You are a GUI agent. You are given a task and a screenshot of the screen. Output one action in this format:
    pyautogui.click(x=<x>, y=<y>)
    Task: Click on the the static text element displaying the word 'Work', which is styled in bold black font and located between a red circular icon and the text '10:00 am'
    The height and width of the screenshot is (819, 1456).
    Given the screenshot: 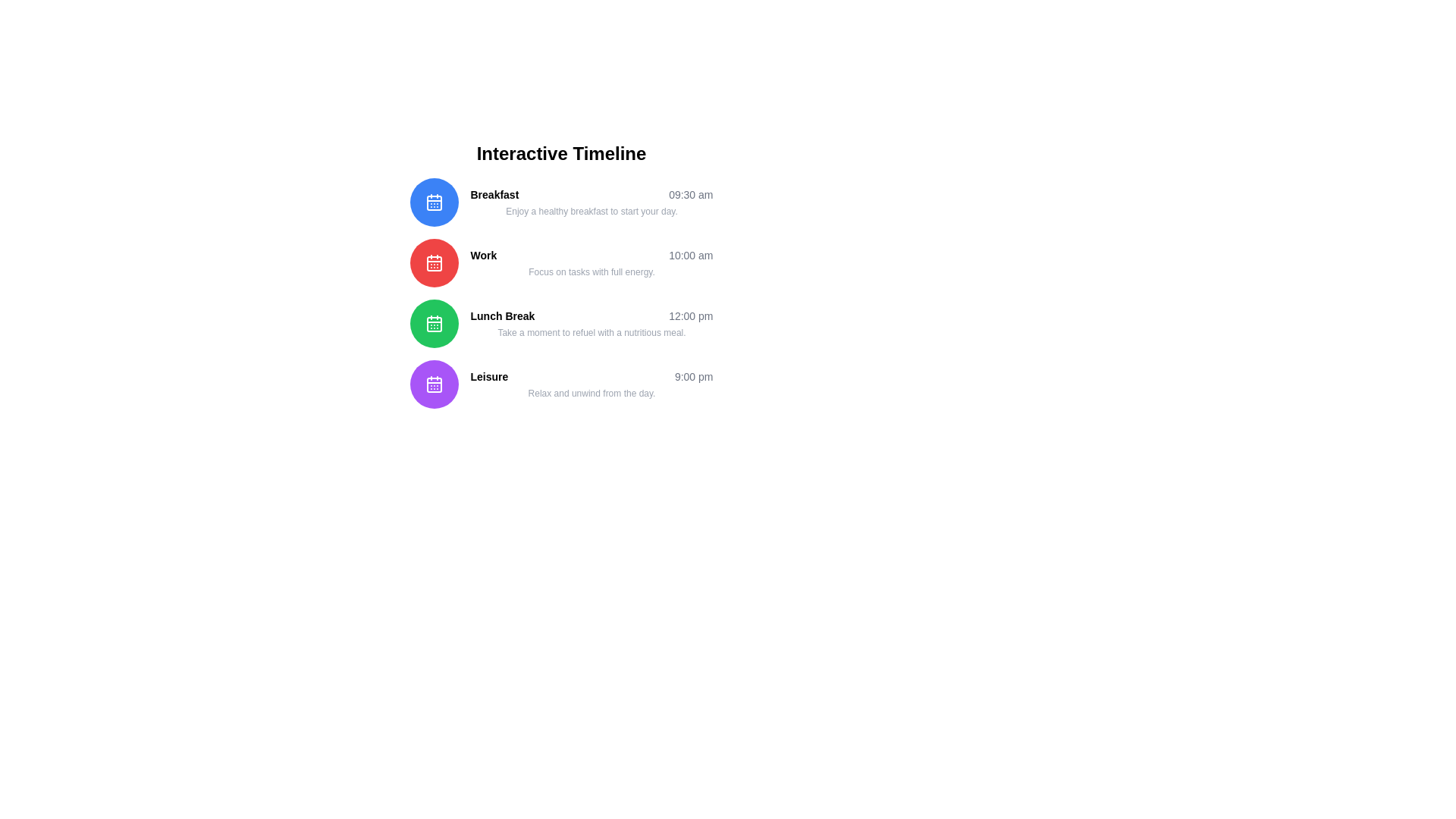 What is the action you would take?
    pyautogui.click(x=482, y=254)
    